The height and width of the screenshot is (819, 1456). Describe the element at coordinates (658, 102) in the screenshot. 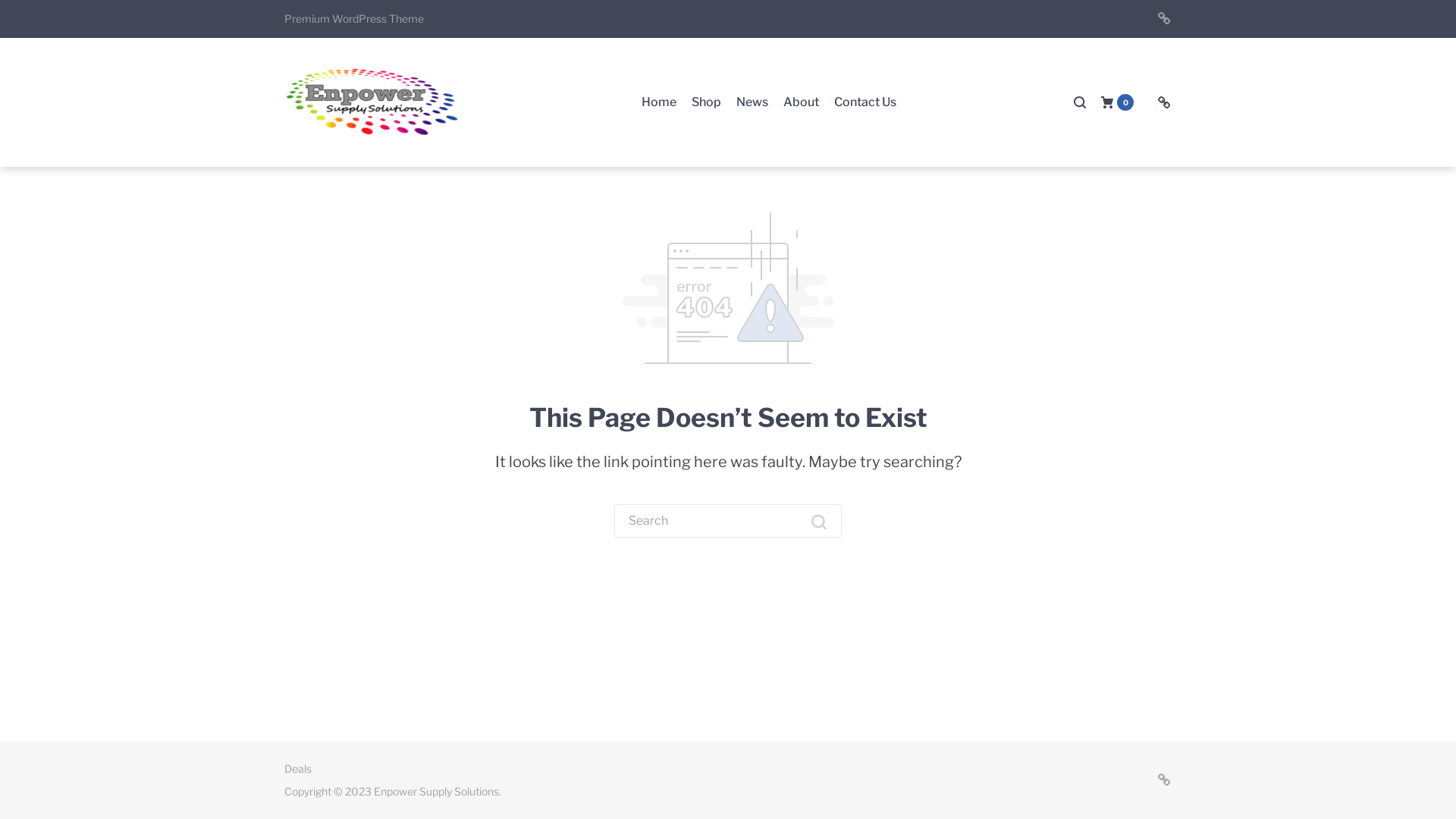

I see `'Home'` at that location.